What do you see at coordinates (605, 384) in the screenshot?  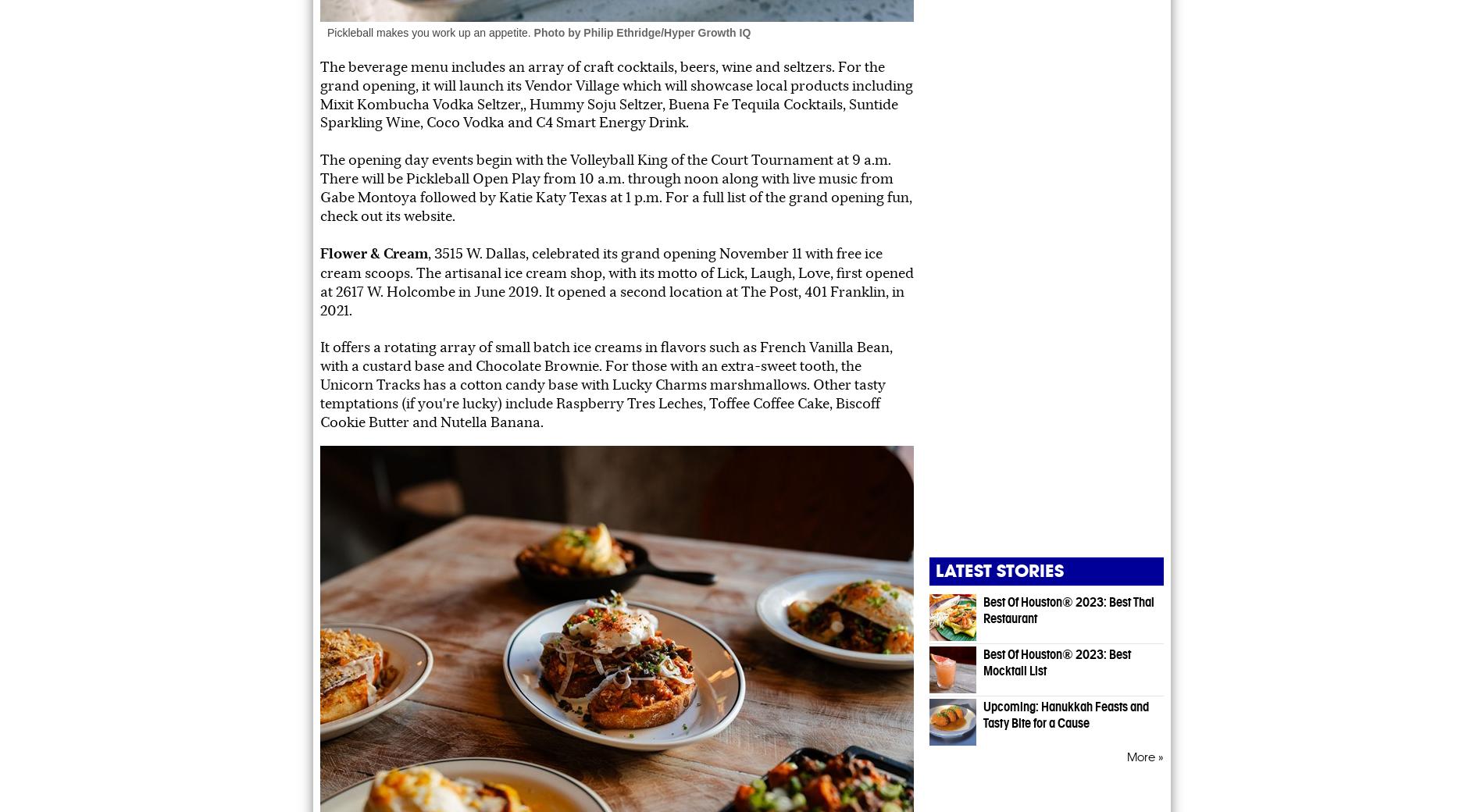 I see `'It offers a rotating array of small batch ice creams in flavors such as French Vanilla Bean, with a custard base and Chocolate Brownie. For those with an extra-sweet tooth, the Unicorn Tracks has a cotton candy base with Lucky Charms marshmallows. Other tasty temptations (if you're lucky) include Raspberry Tres Leches, Toffee Coffee Cake, Biscoff Cookie Butter and Nutella Banana.'` at bounding box center [605, 384].